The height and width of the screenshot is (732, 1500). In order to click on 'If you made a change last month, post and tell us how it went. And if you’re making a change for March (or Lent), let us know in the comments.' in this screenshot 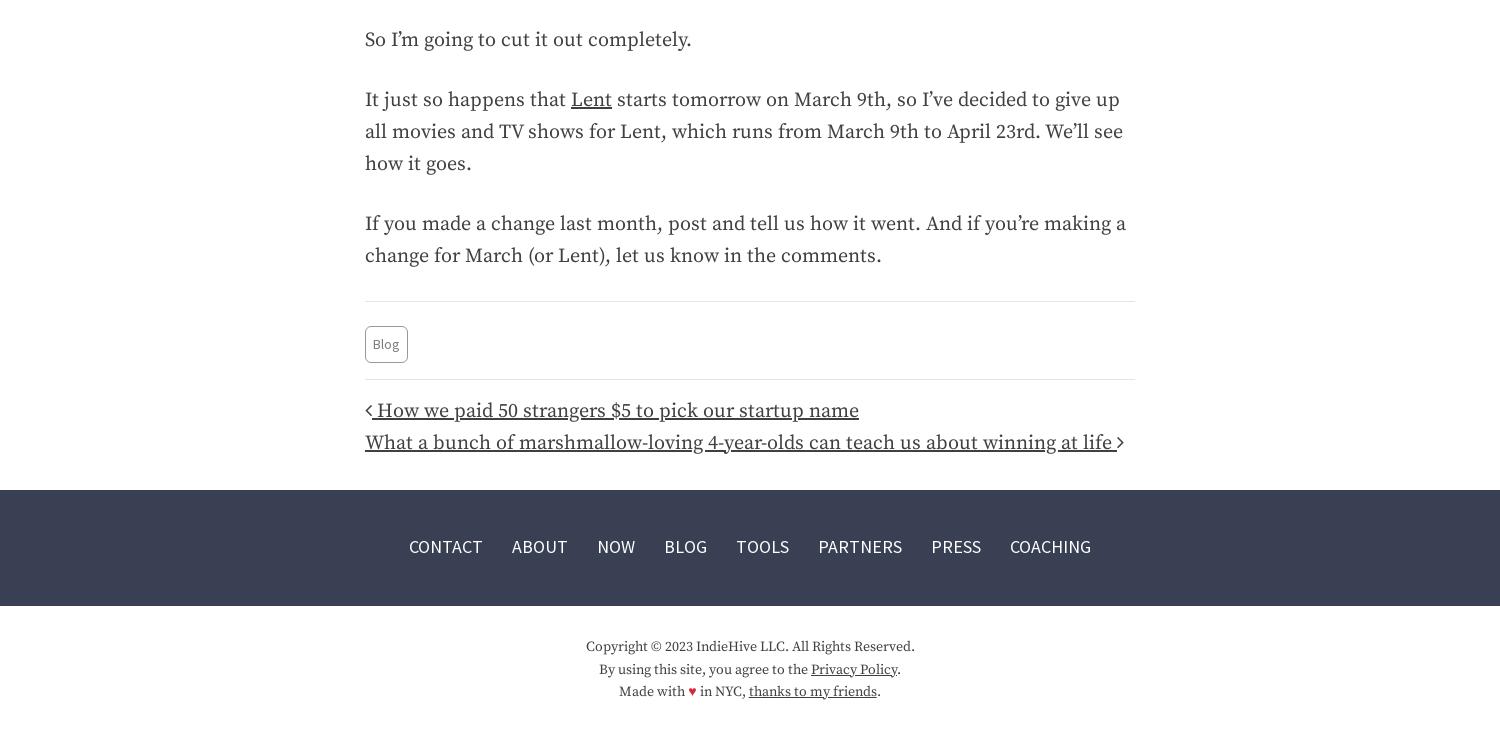, I will do `click(363, 238)`.